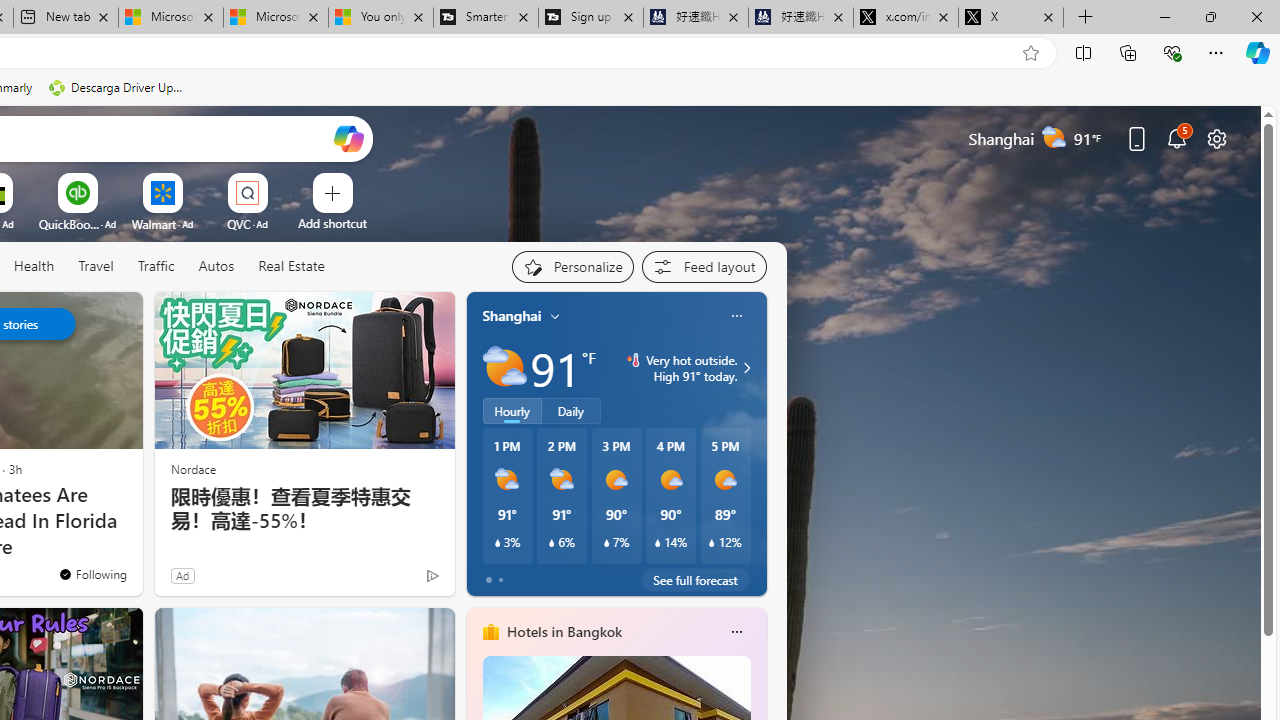  Describe the element at coordinates (695, 579) in the screenshot. I see `'See full forecast'` at that location.